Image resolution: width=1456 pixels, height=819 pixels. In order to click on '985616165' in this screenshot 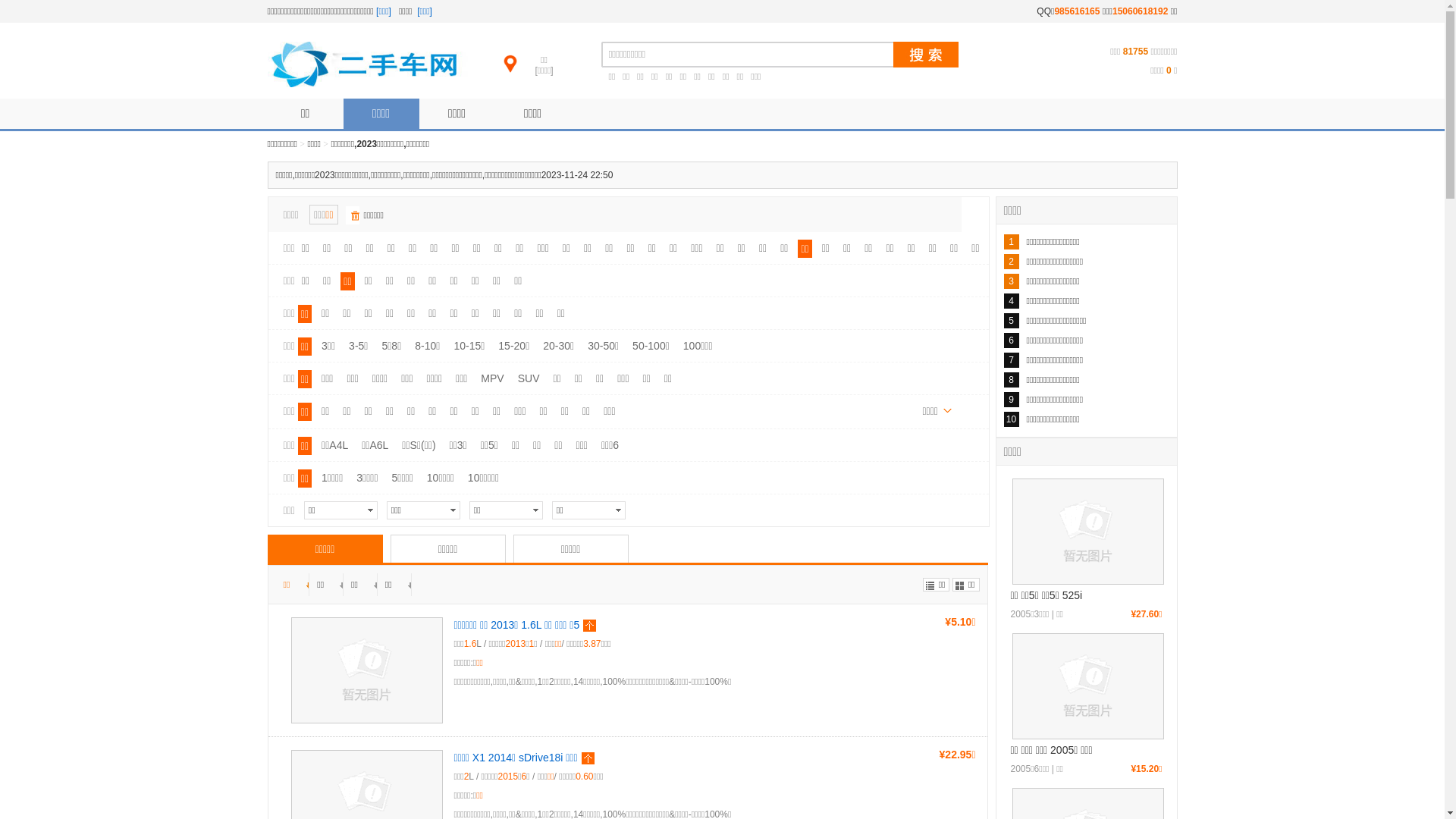, I will do `click(1076, 11)`.